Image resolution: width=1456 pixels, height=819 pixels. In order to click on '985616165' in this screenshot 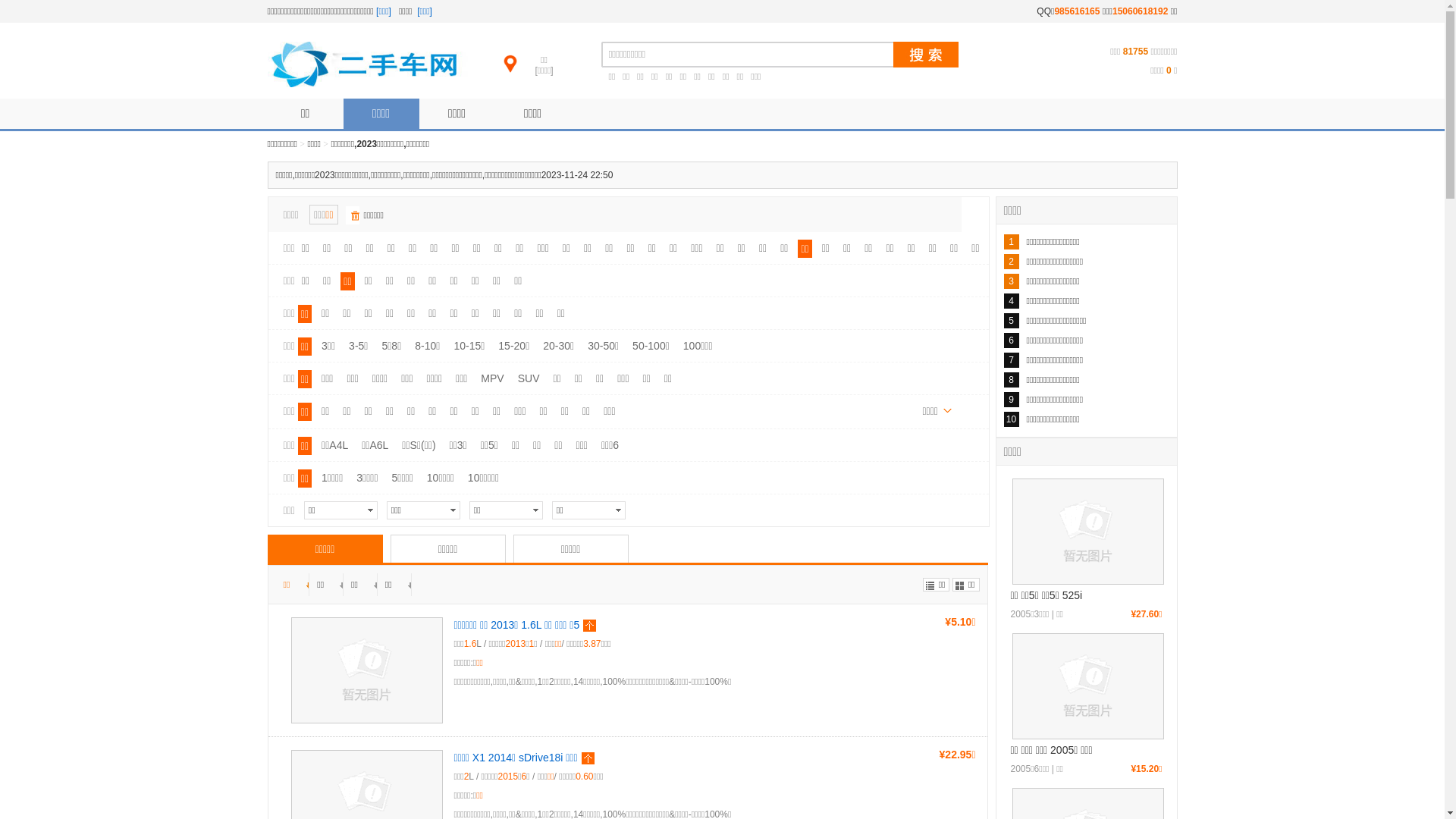, I will do `click(1076, 11)`.